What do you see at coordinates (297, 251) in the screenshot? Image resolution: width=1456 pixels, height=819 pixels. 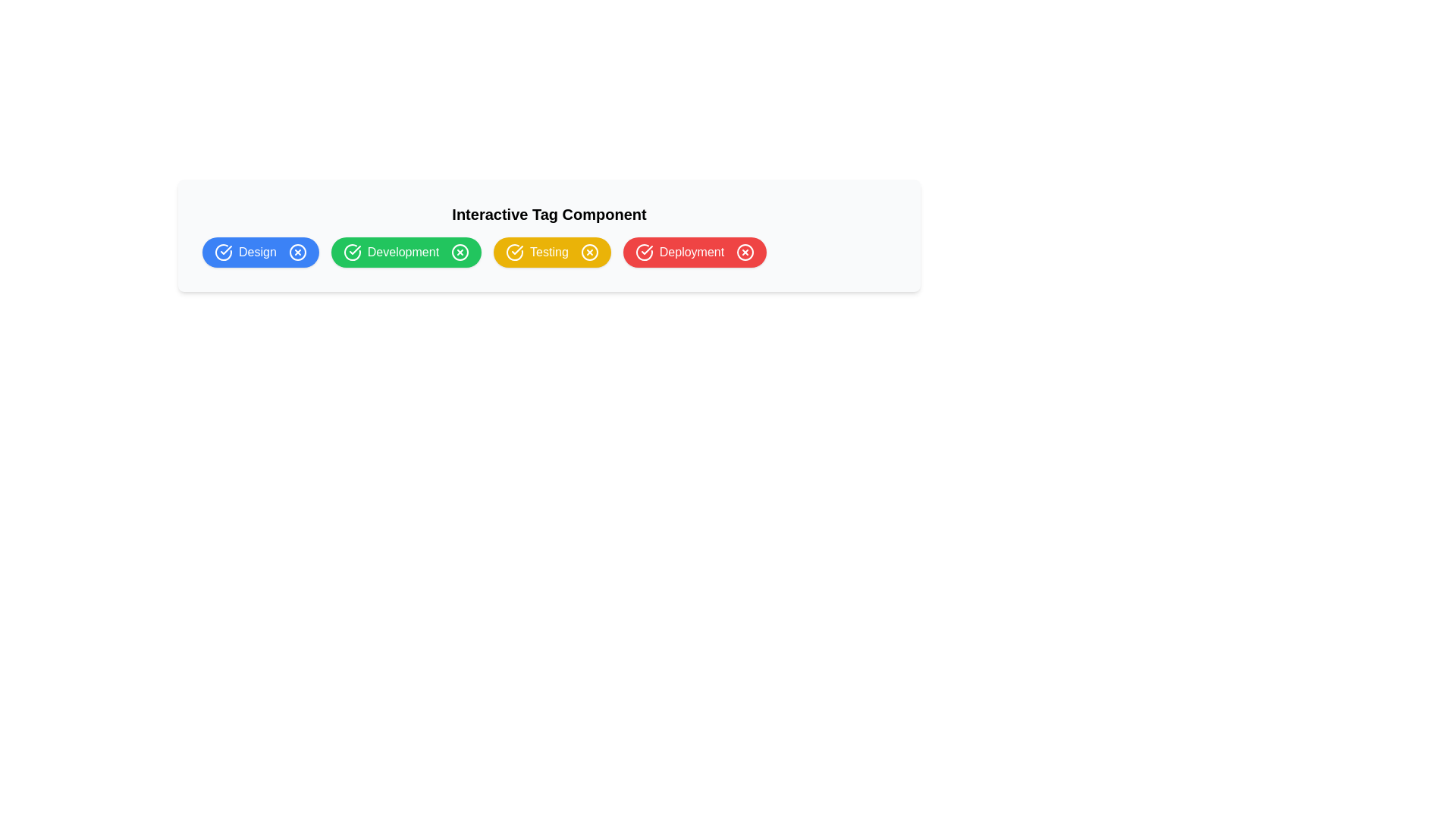 I see `the interactive icon located on the right side of the 'Design' button` at bounding box center [297, 251].